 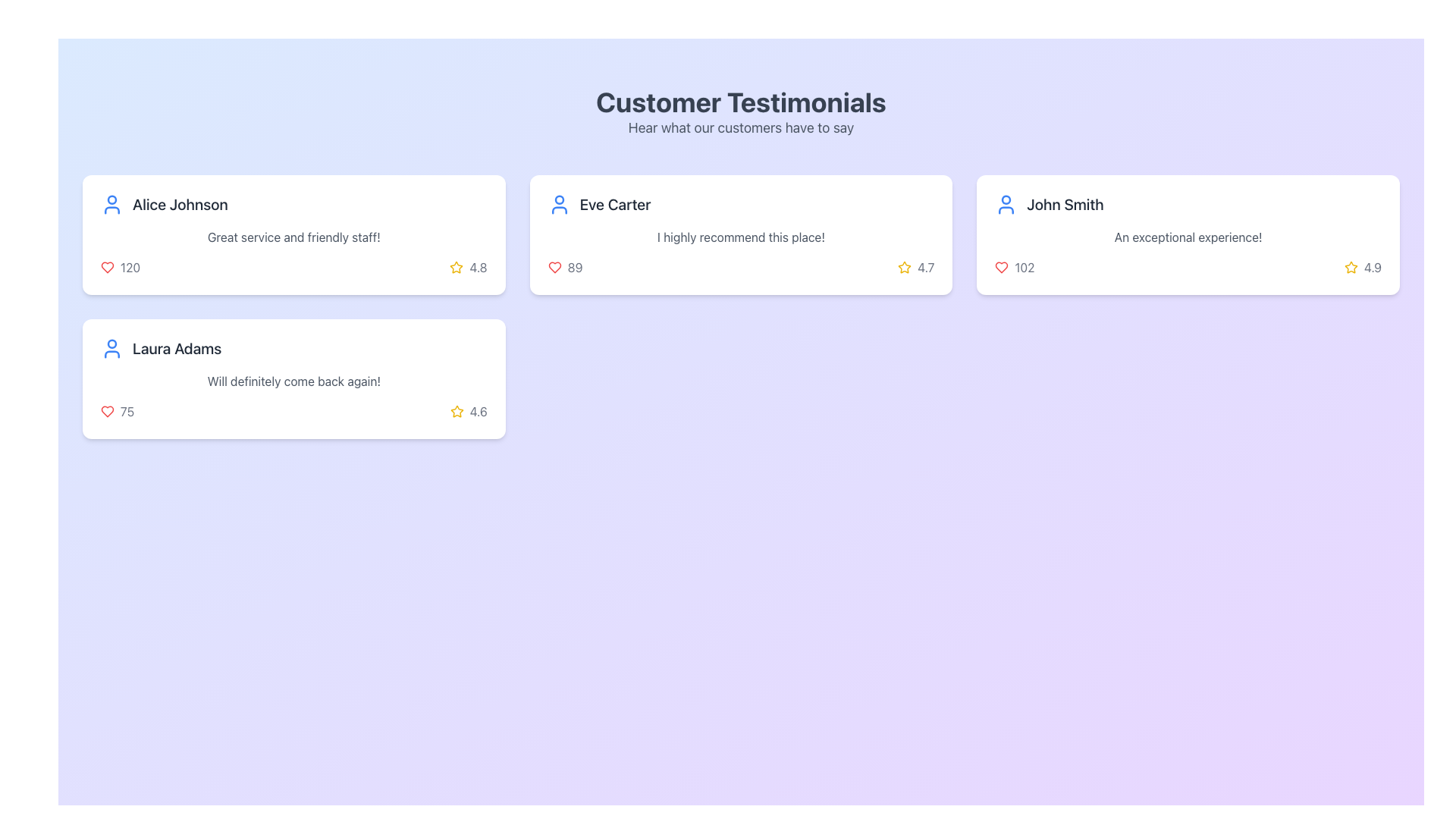 I want to click on the user feedback text positioned beneath the title 'Laura Adams' in the bottom-left card of a four-card grid layout, so click(x=293, y=380).